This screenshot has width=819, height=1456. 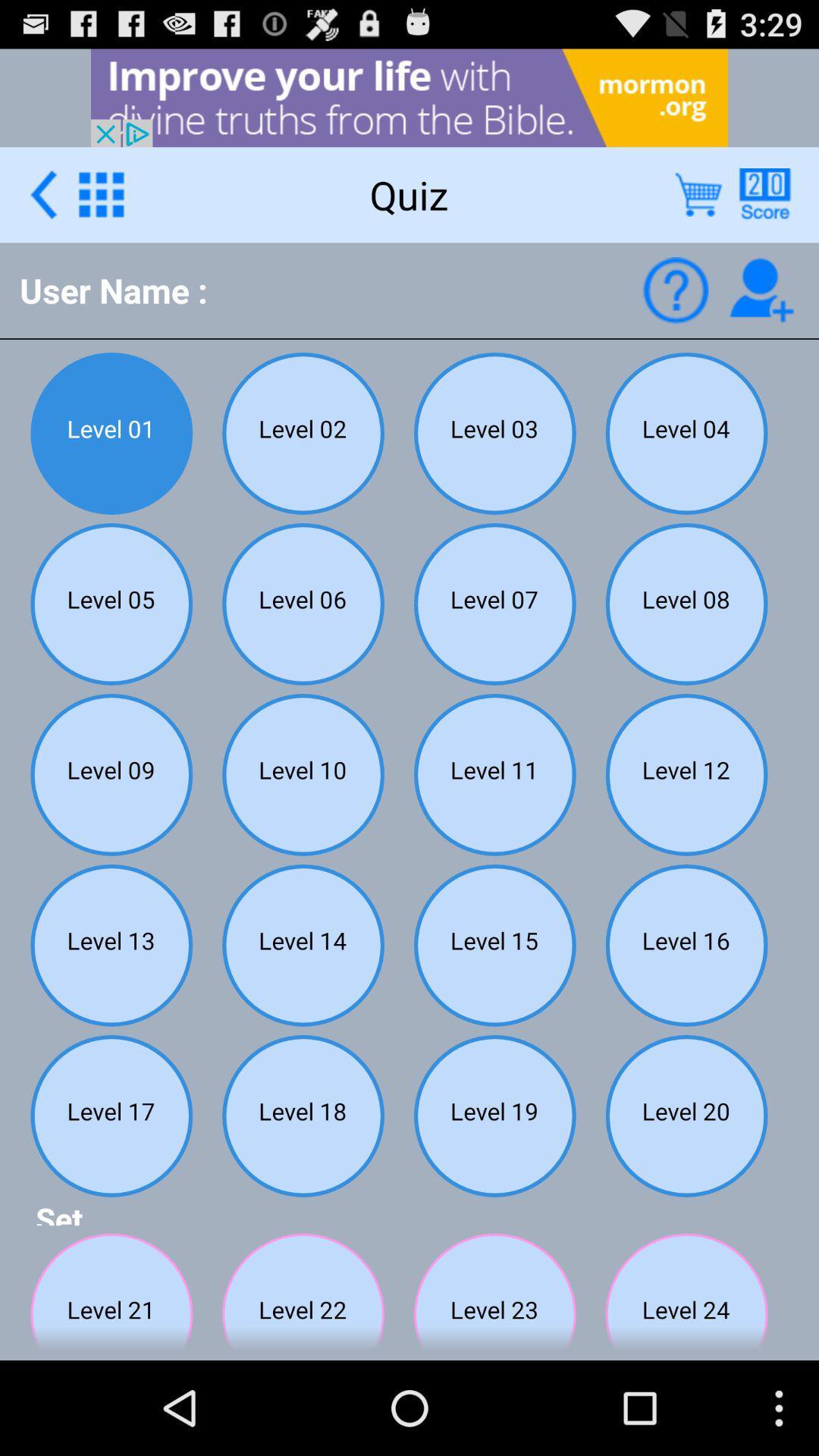 I want to click on the dialpad icon, so click(x=101, y=207).